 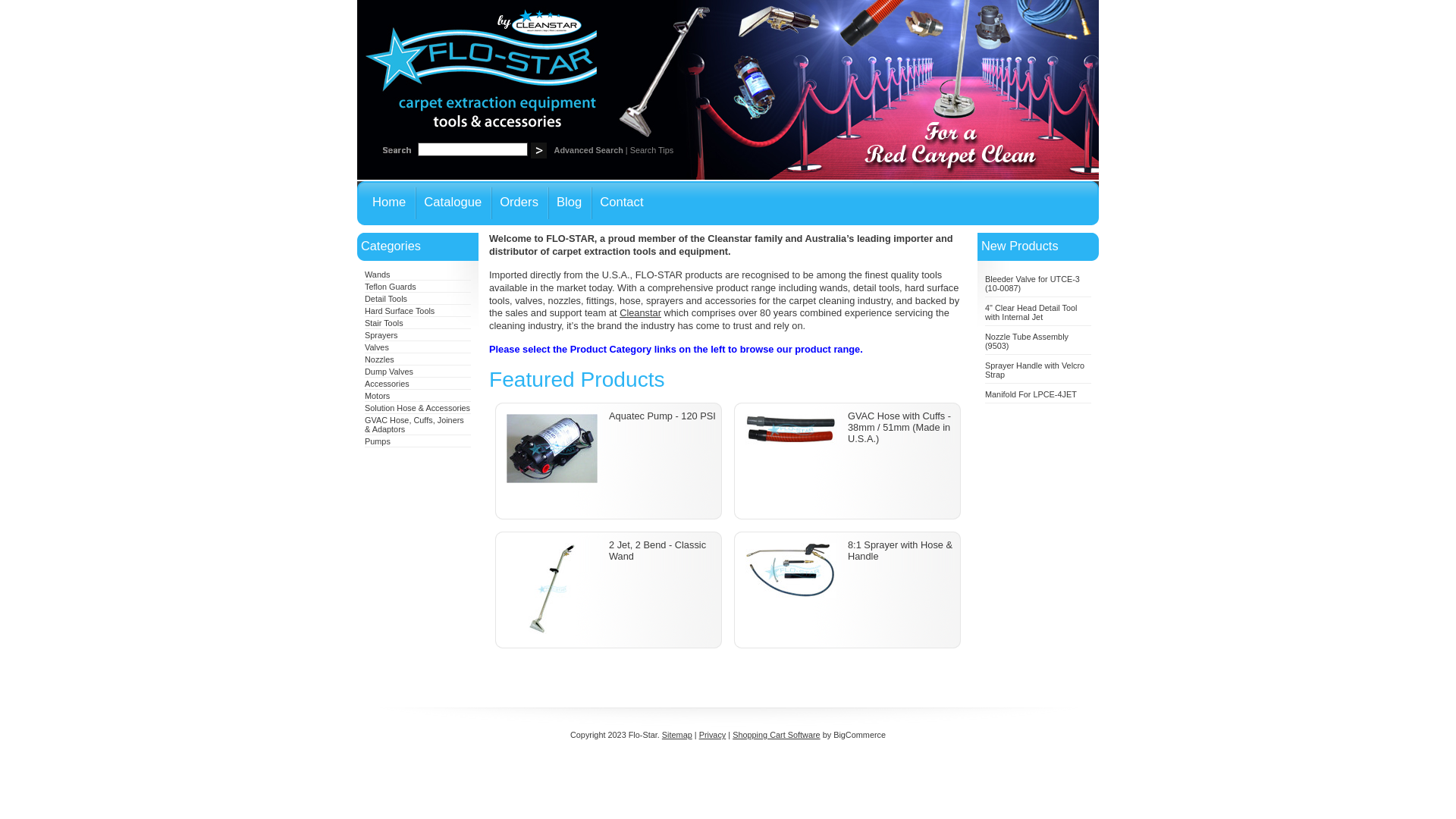 What do you see at coordinates (379, 359) in the screenshot?
I see `'Nozzles'` at bounding box center [379, 359].